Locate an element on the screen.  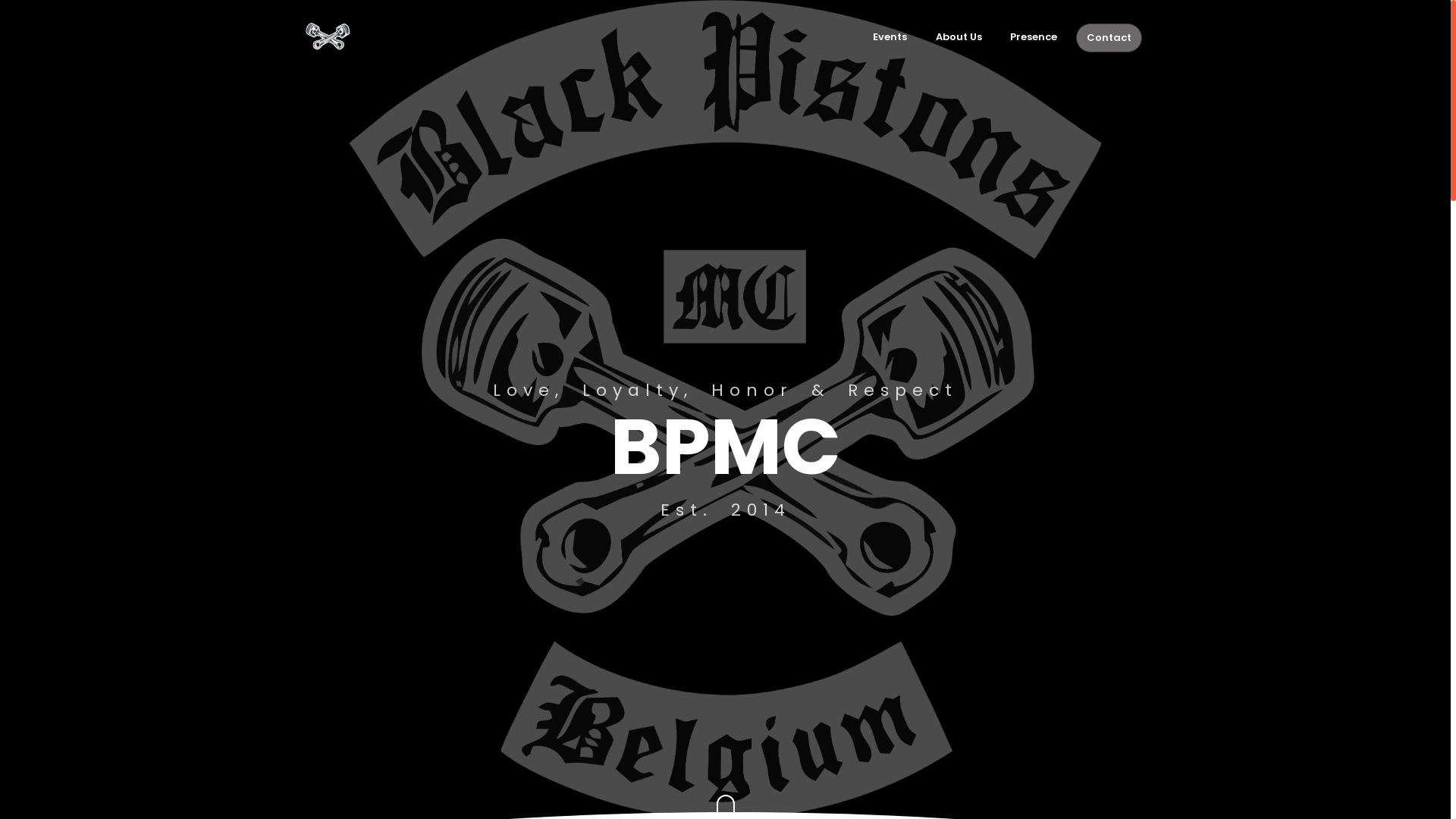
'Presence' is located at coordinates (1033, 36).